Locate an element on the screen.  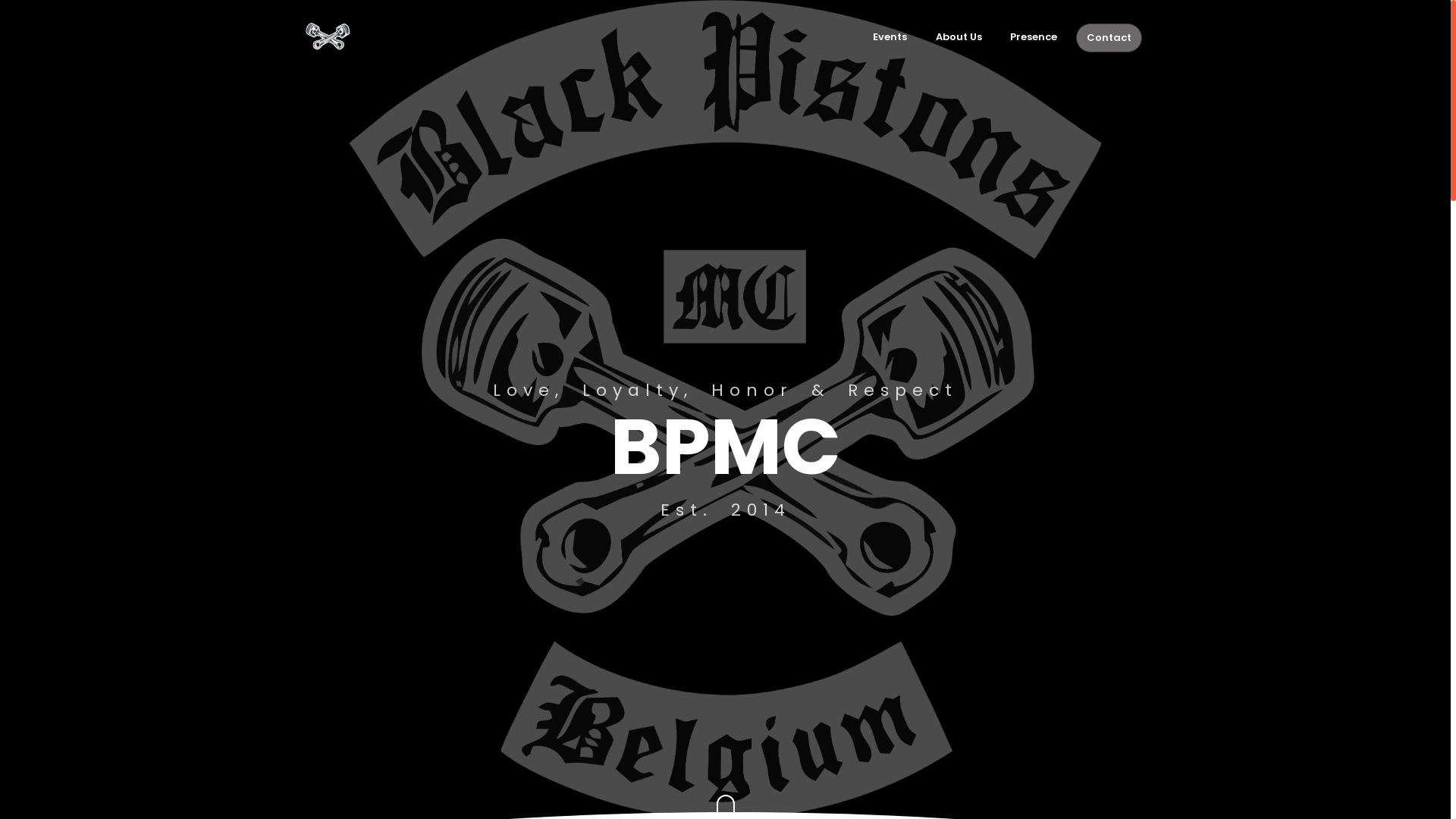
'Presence' is located at coordinates (1033, 36).